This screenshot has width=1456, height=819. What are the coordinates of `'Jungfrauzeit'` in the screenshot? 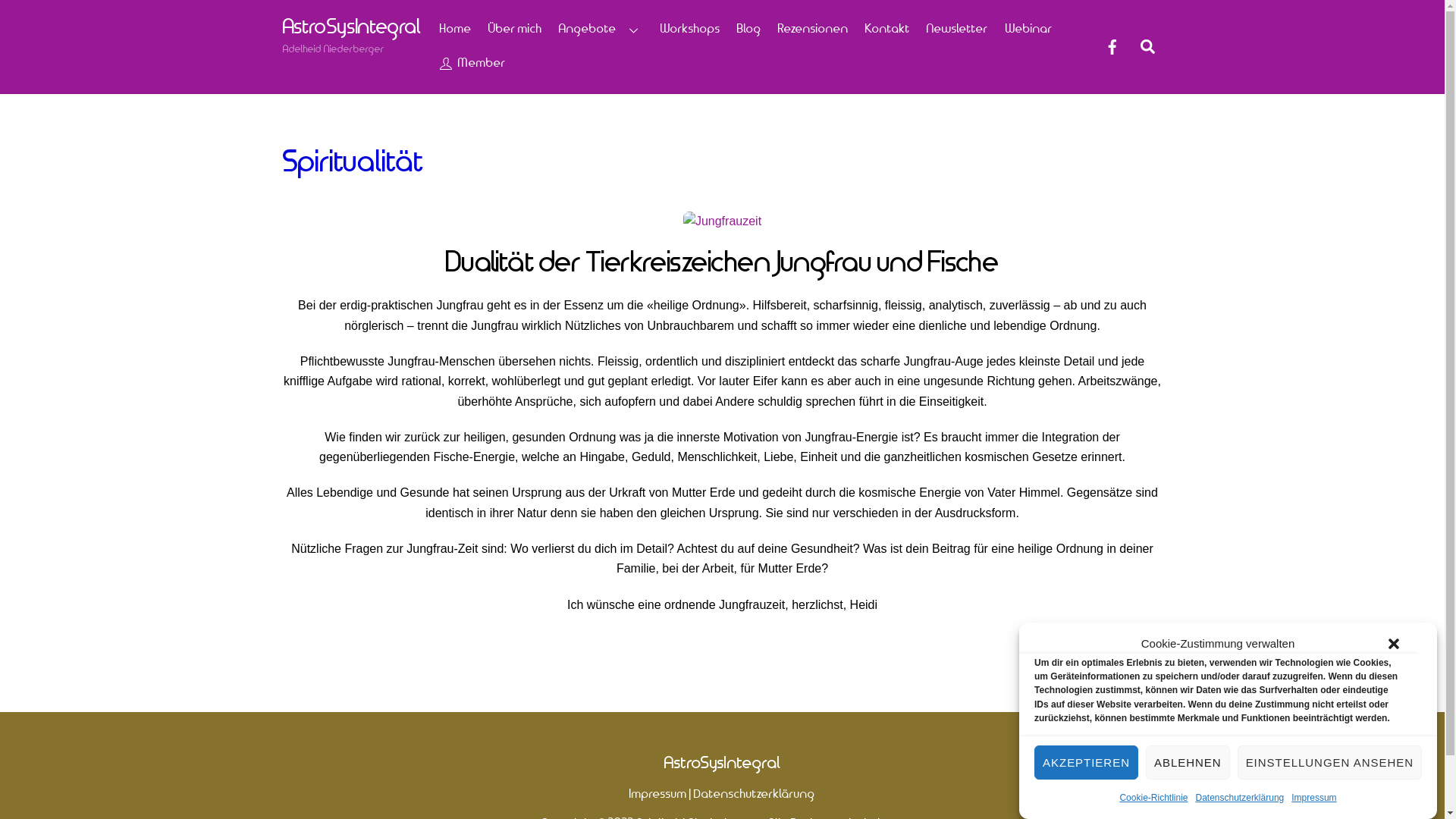 It's located at (682, 221).